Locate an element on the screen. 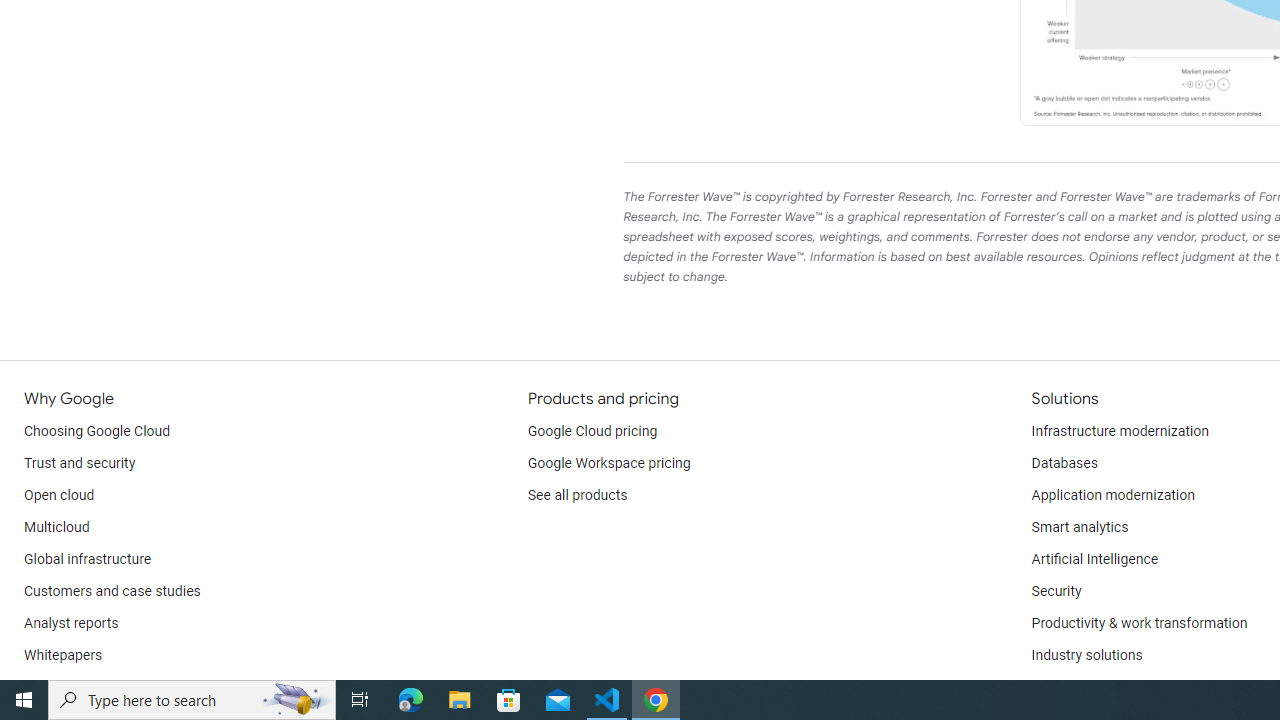  'Customers and case studies' is located at coordinates (111, 590).